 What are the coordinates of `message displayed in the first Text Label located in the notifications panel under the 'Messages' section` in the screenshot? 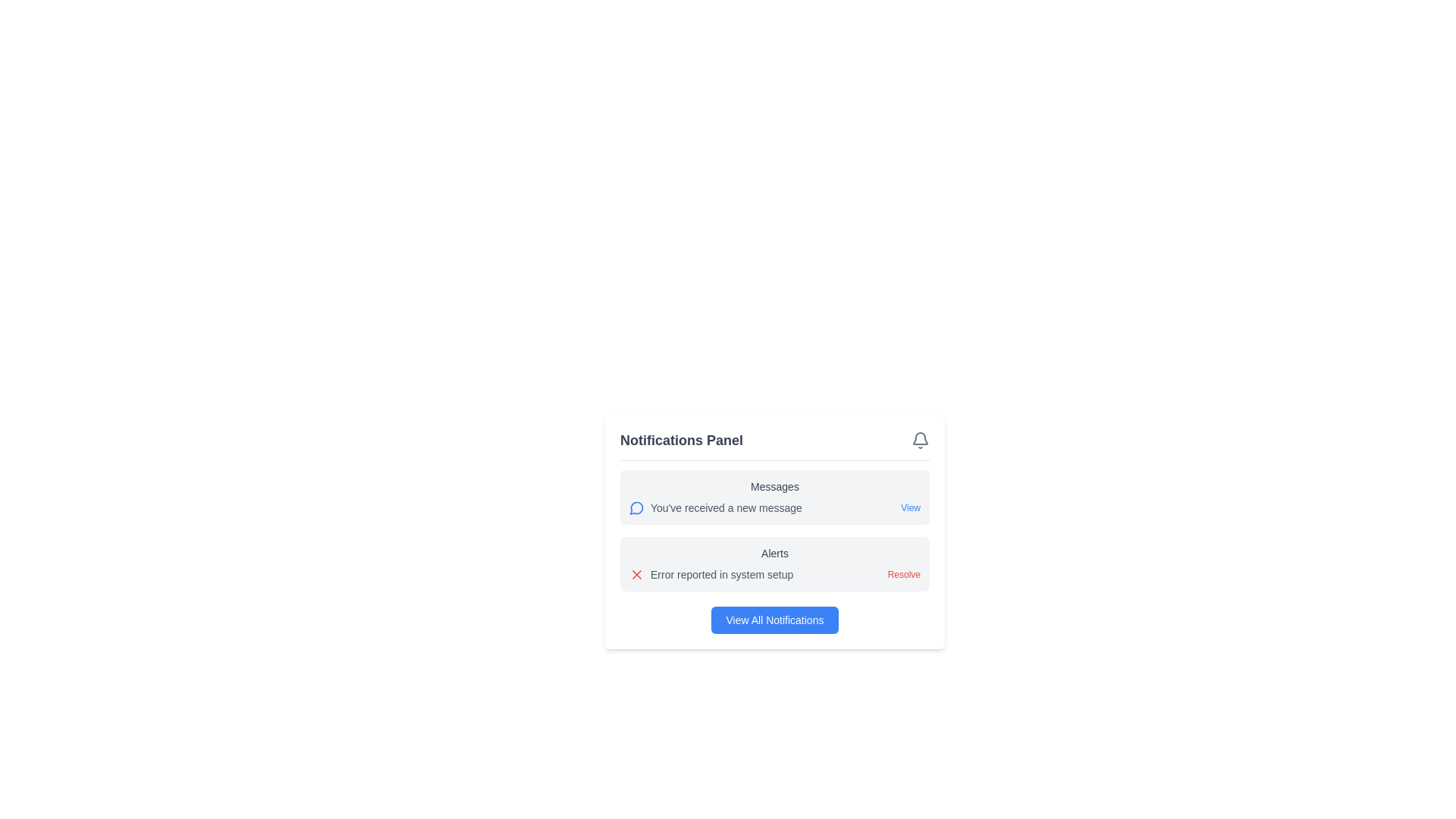 It's located at (714, 508).